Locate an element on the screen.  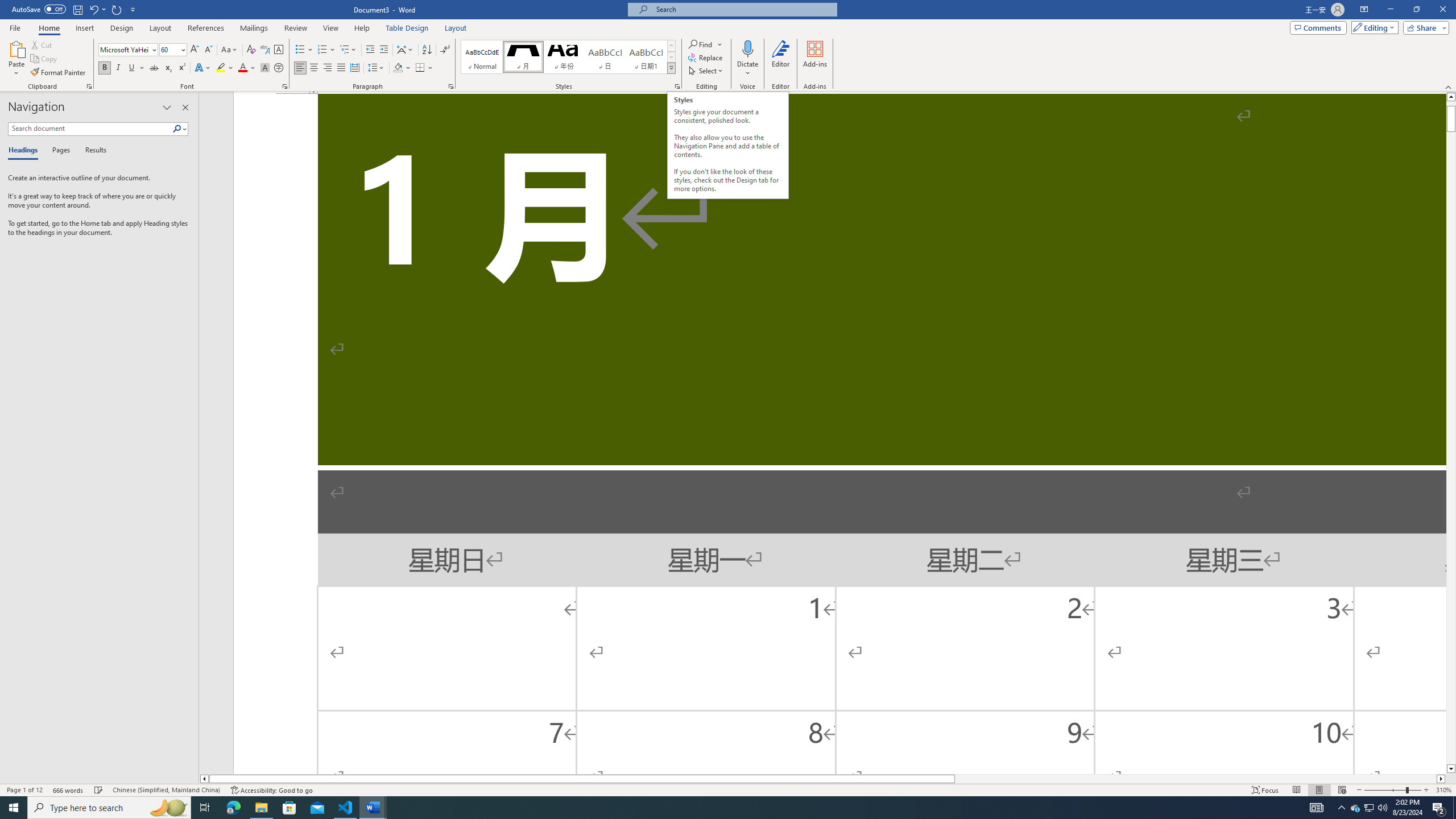
'Shrink Font' is located at coordinates (208, 49).